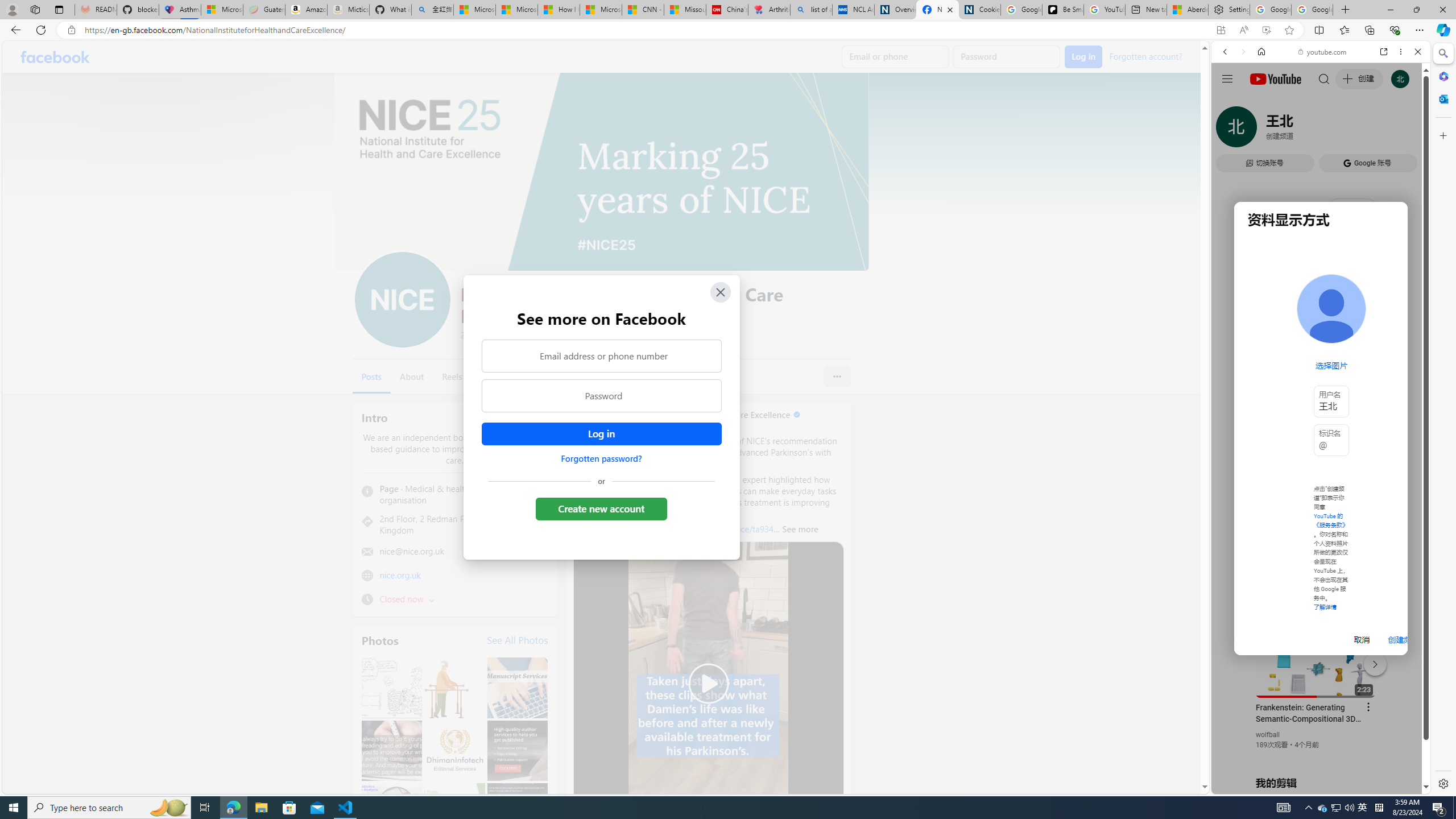 This screenshot has width=1456, height=819. What do you see at coordinates (601, 508) in the screenshot?
I see `'Create new account'` at bounding box center [601, 508].